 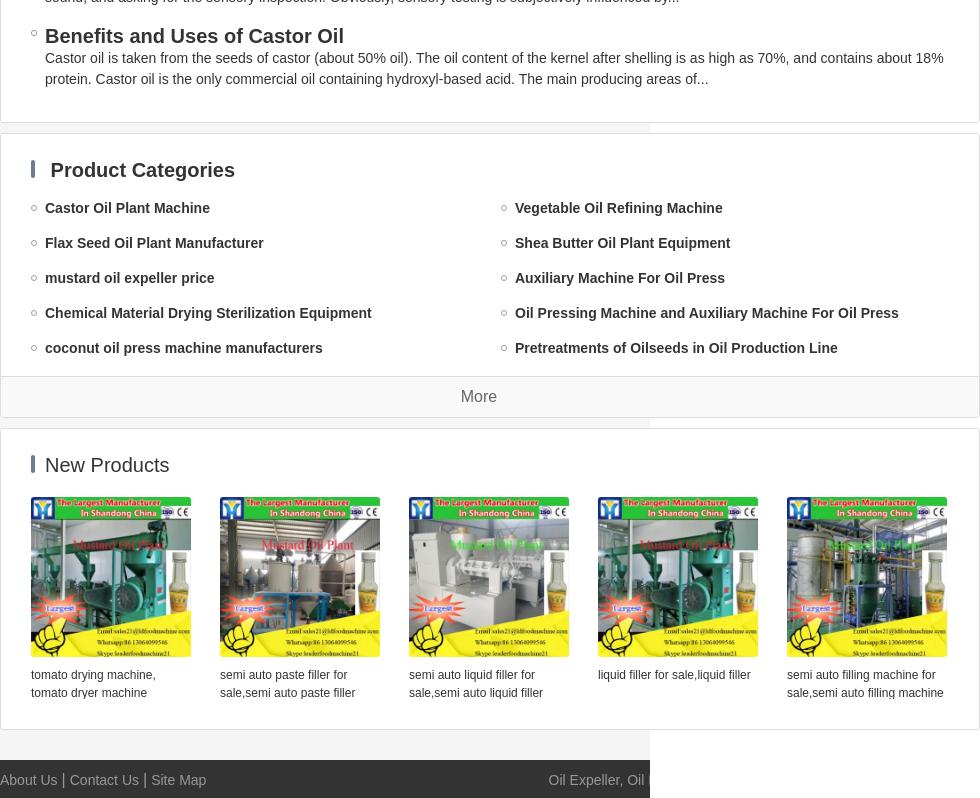 What do you see at coordinates (641, 522) in the screenshot?
I see `'crude oil refinery plant manufacturers'` at bounding box center [641, 522].